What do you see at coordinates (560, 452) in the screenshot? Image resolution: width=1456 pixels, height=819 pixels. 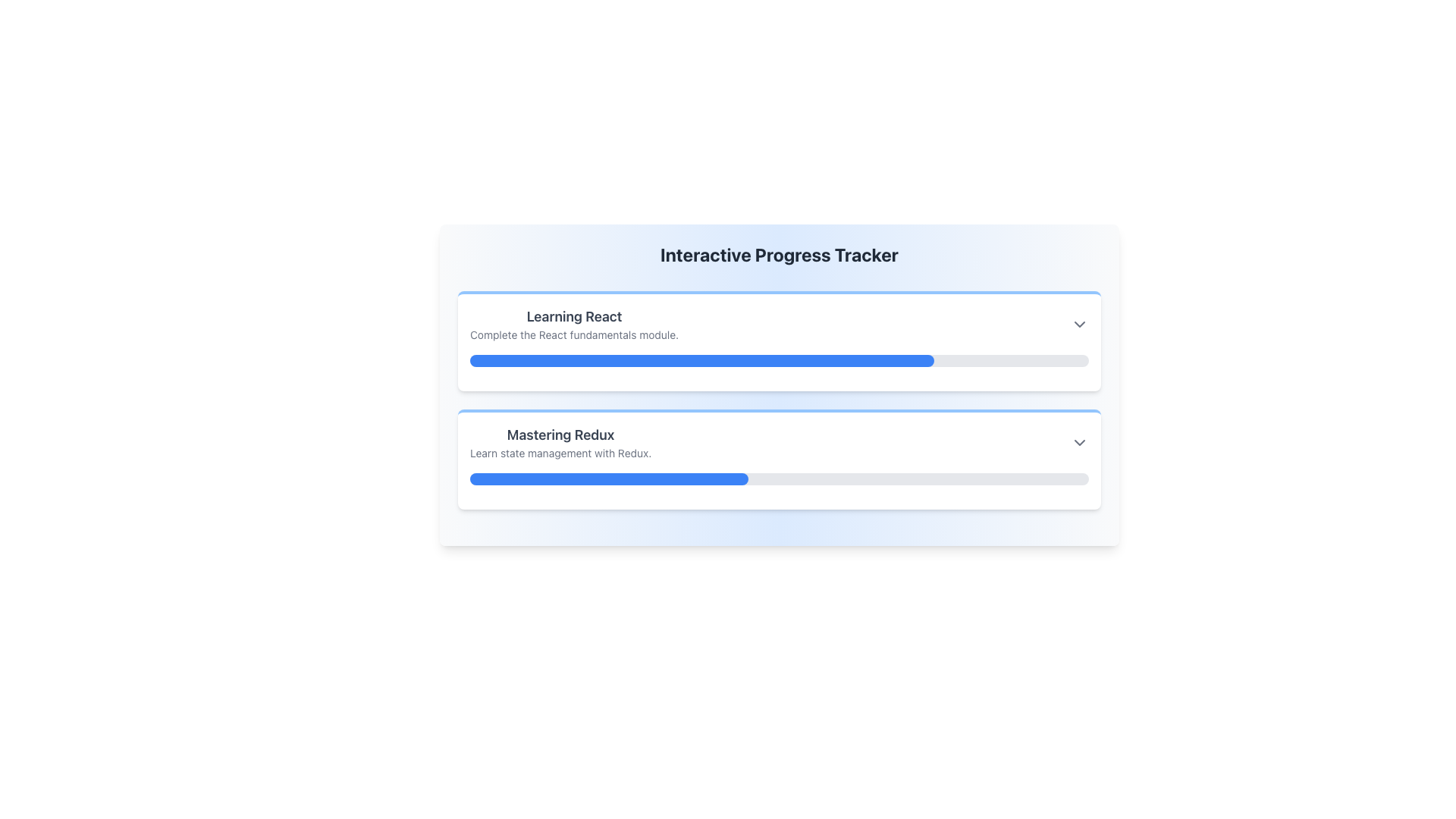 I see `the text label that reads 'Learn state management with Redux.' positioned below the bold header 'Mastering Redux.'` at bounding box center [560, 452].